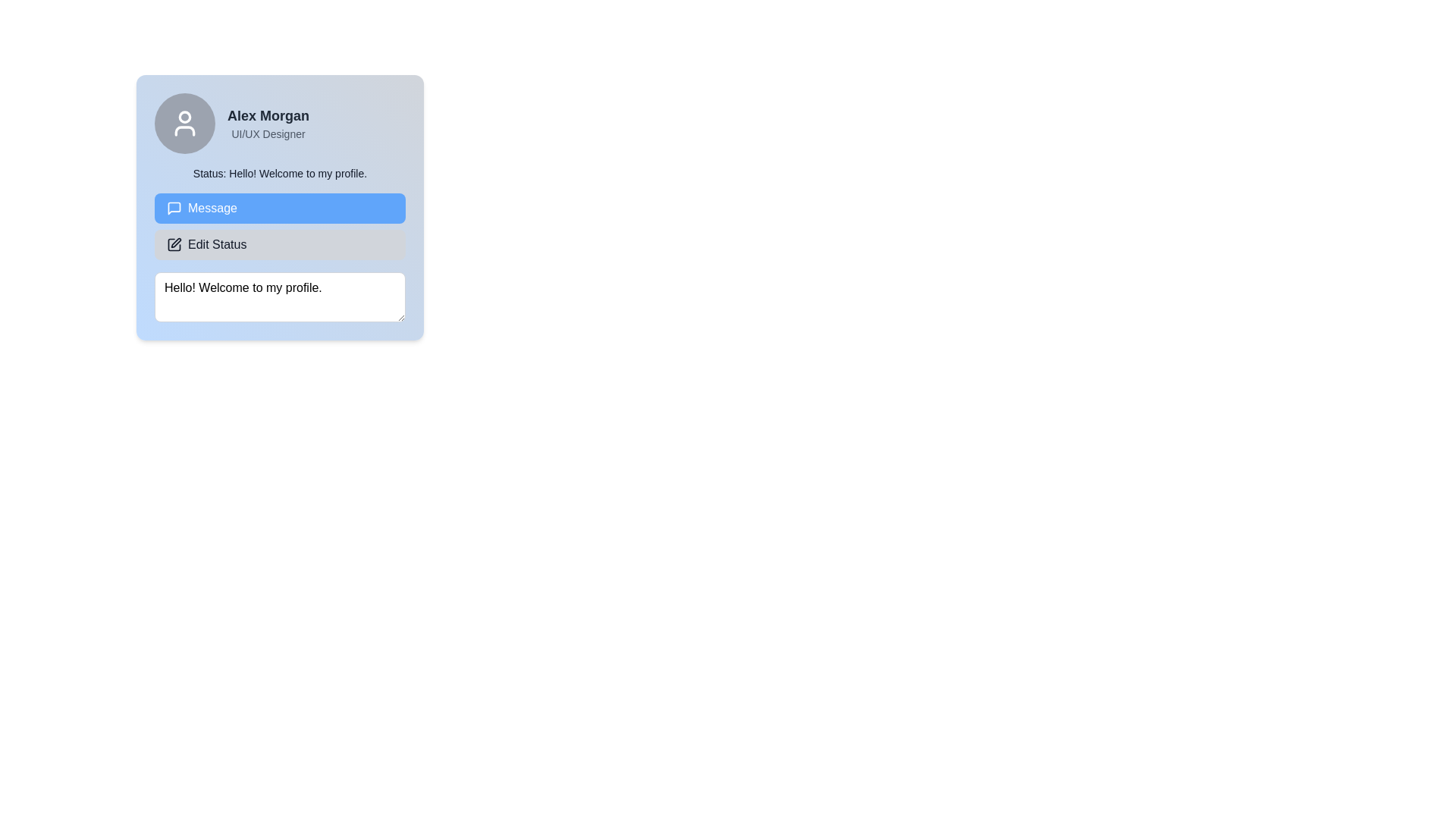  Describe the element at coordinates (184, 122) in the screenshot. I see `the circular profile image placeholder with a gray background and white user icon located at the top-left corner of the user card, above the text 'Alex Morgan' and 'UI/UX Designer'` at that location.